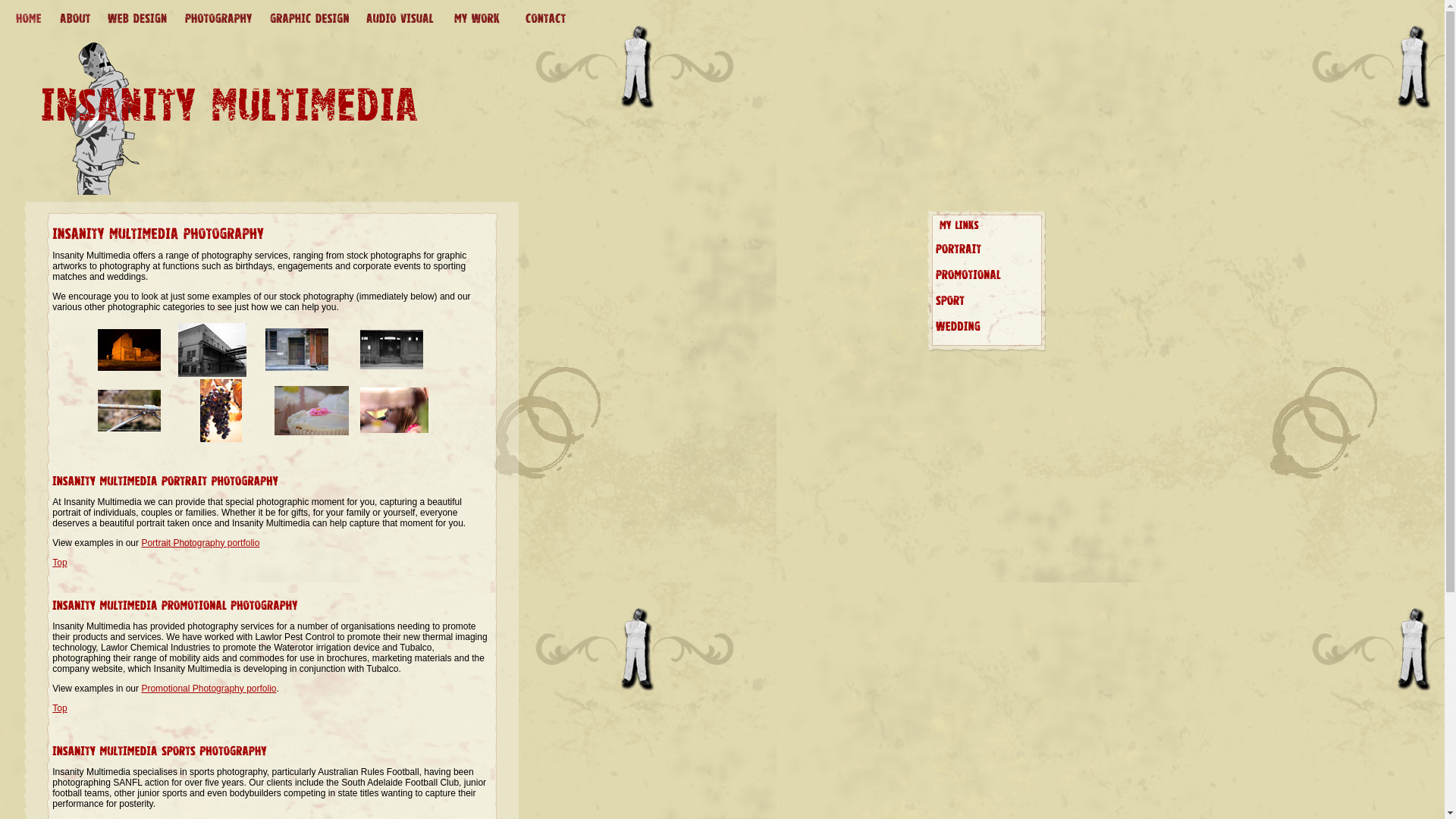  What do you see at coordinates (220, 438) in the screenshot?
I see `'Stock photo taken at Tenafeate Winery'` at bounding box center [220, 438].